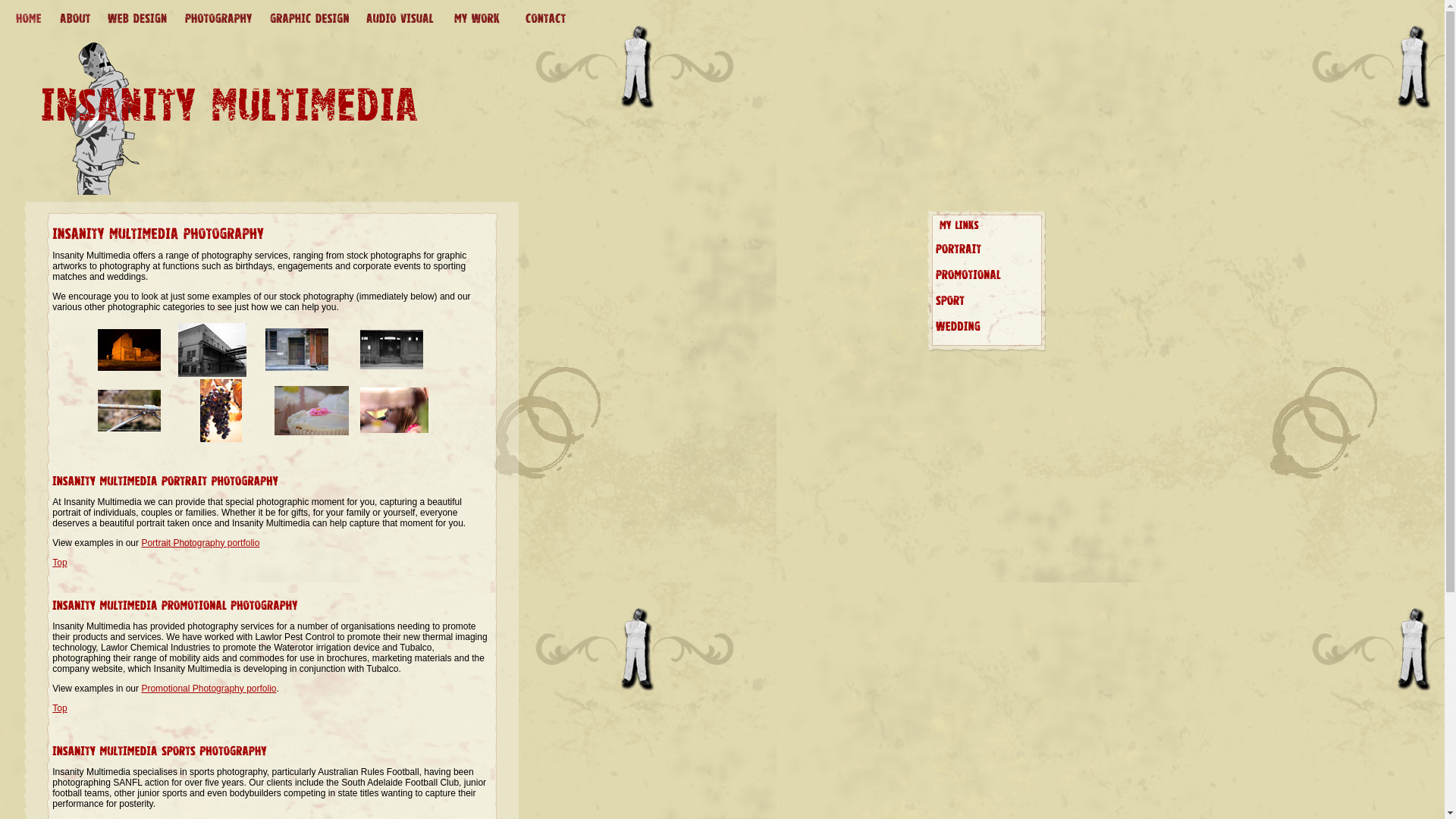  What do you see at coordinates (220, 438) in the screenshot?
I see `'Stock photo taken at Tenafeate Winery'` at bounding box center [220, 438].